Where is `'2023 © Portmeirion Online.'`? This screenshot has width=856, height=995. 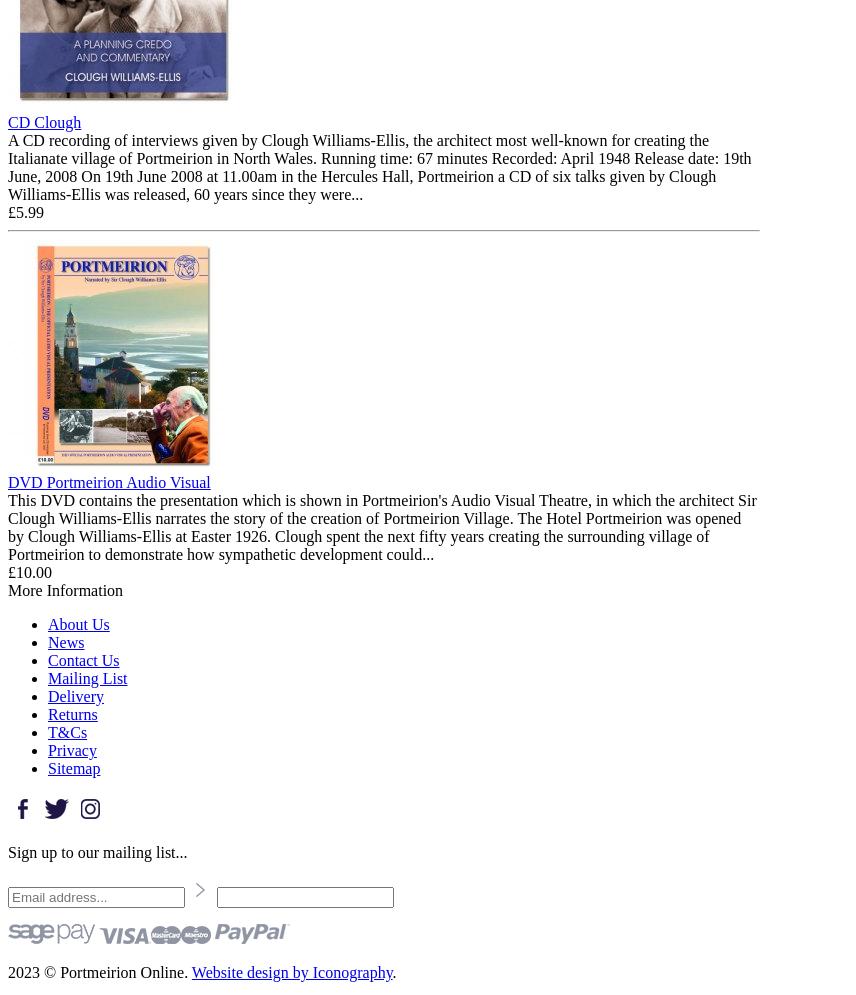 '2023 © Portmeirion Online.' is located at coordinates (7, 970).